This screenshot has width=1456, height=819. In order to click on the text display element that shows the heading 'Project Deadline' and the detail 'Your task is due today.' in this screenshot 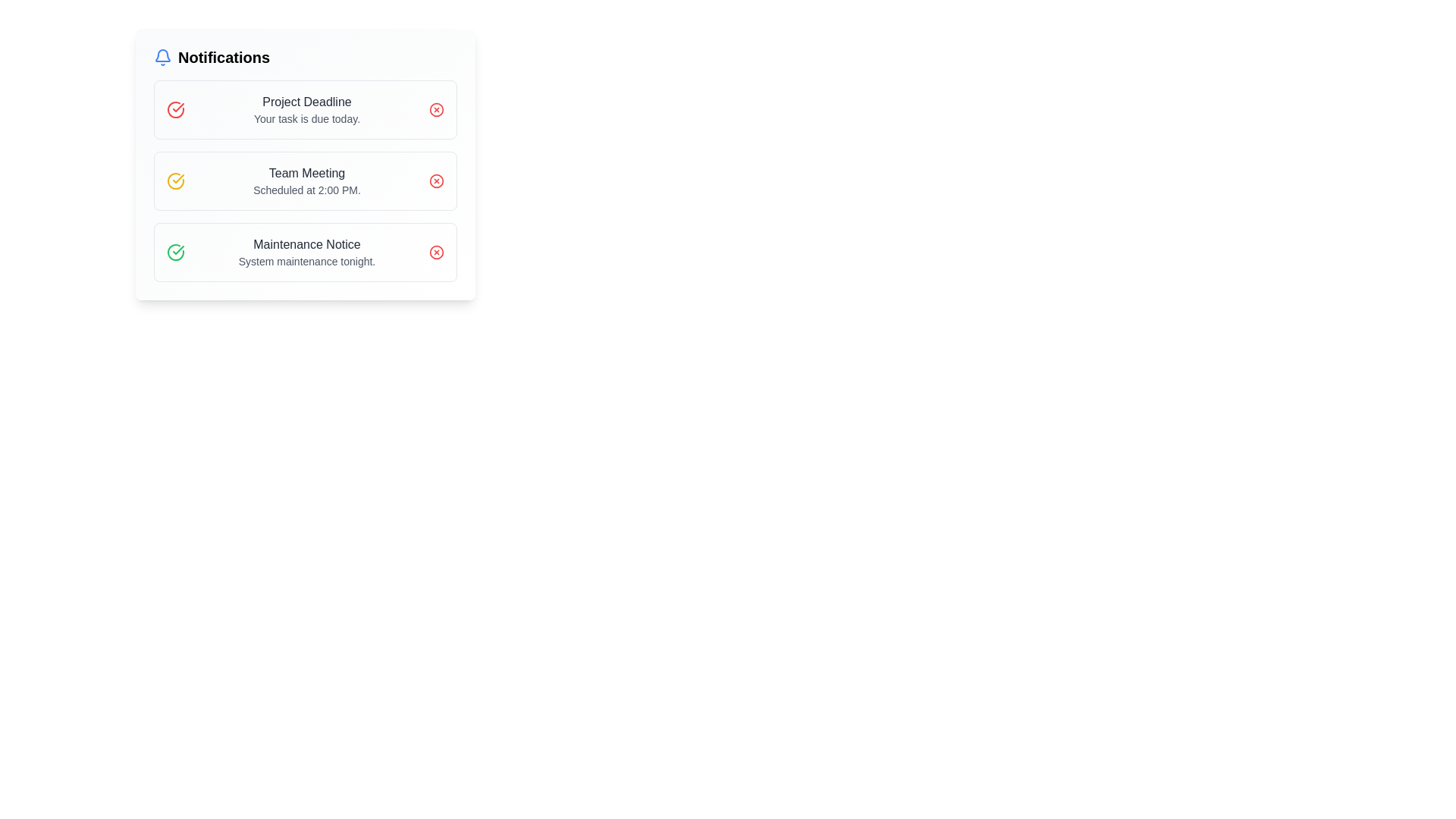, I will do `click(306, 109)`.